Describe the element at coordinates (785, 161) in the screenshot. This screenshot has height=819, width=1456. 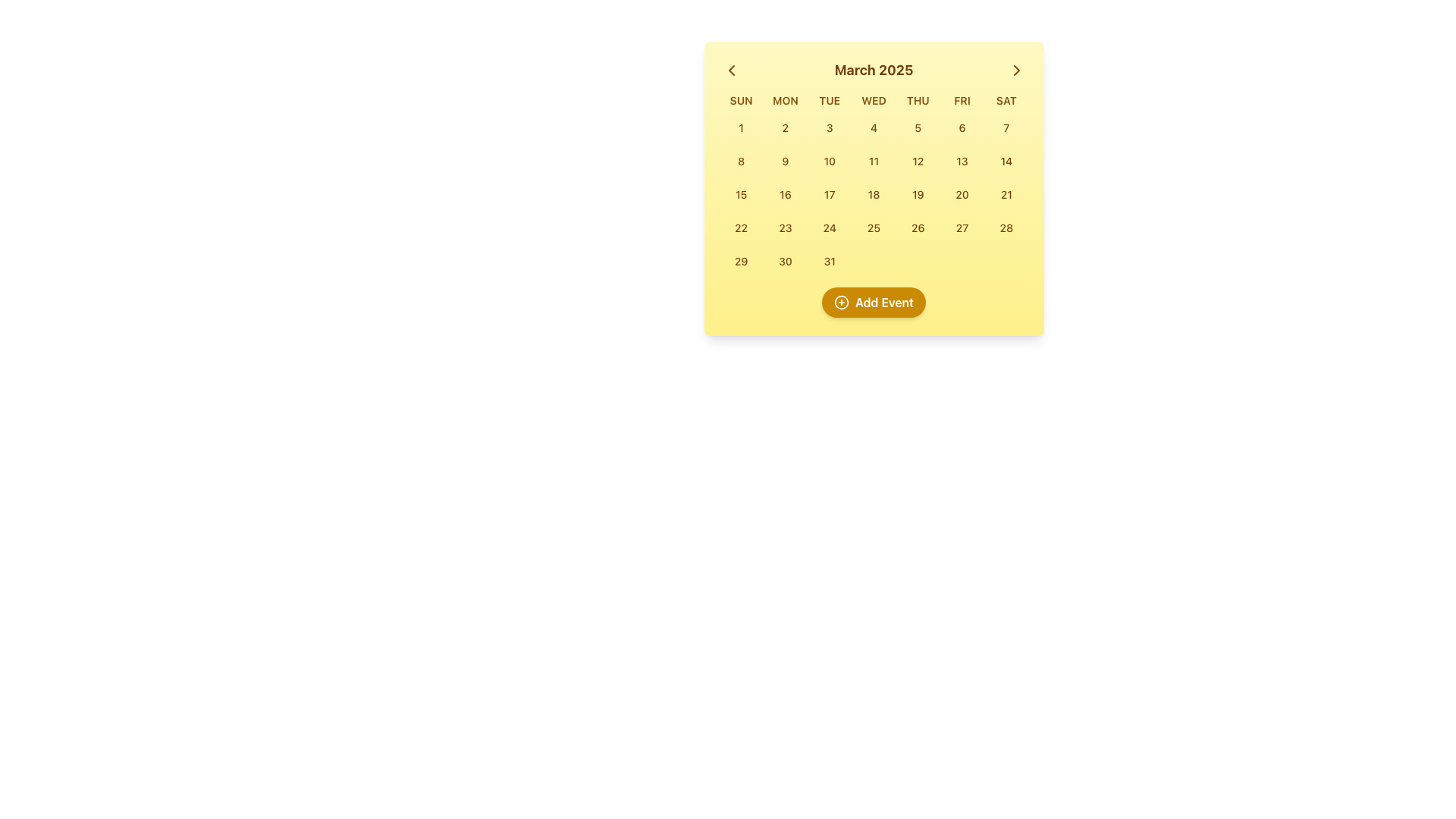
I see `the calendar day cell representing the 9th day of the month` at that location.